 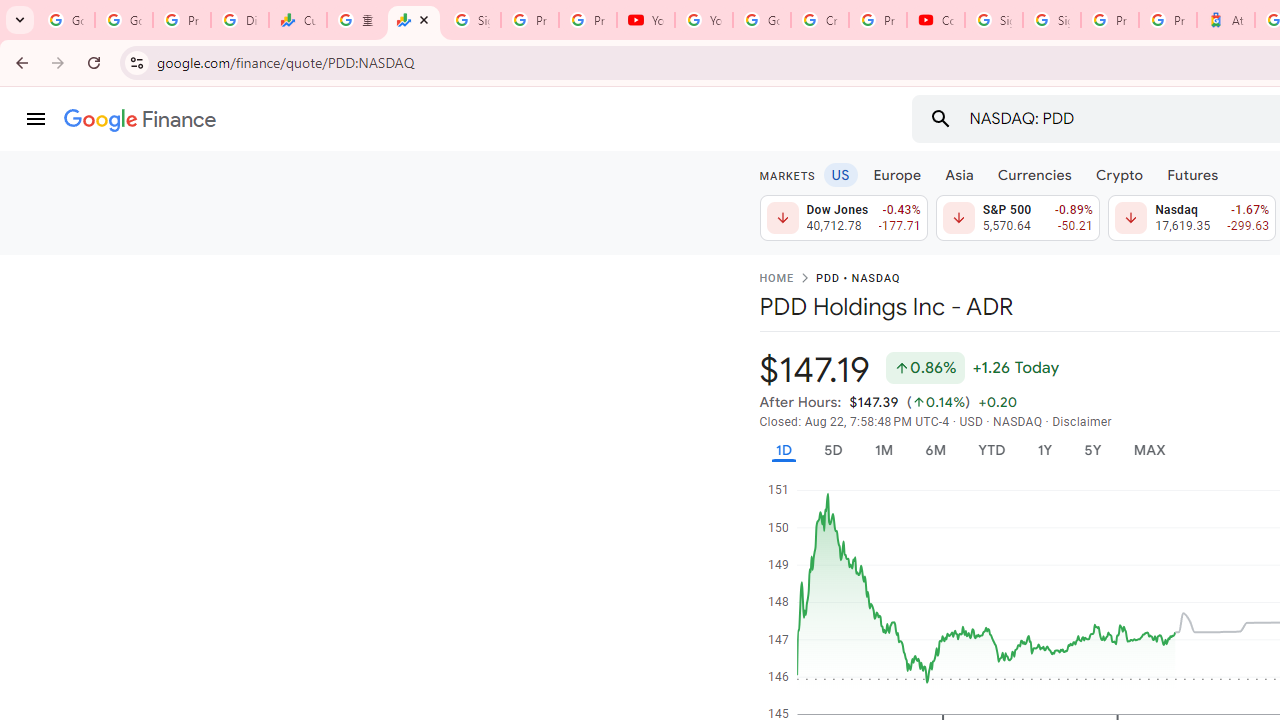 I want to click on 'Crypto', so click(x=1118, y=173).